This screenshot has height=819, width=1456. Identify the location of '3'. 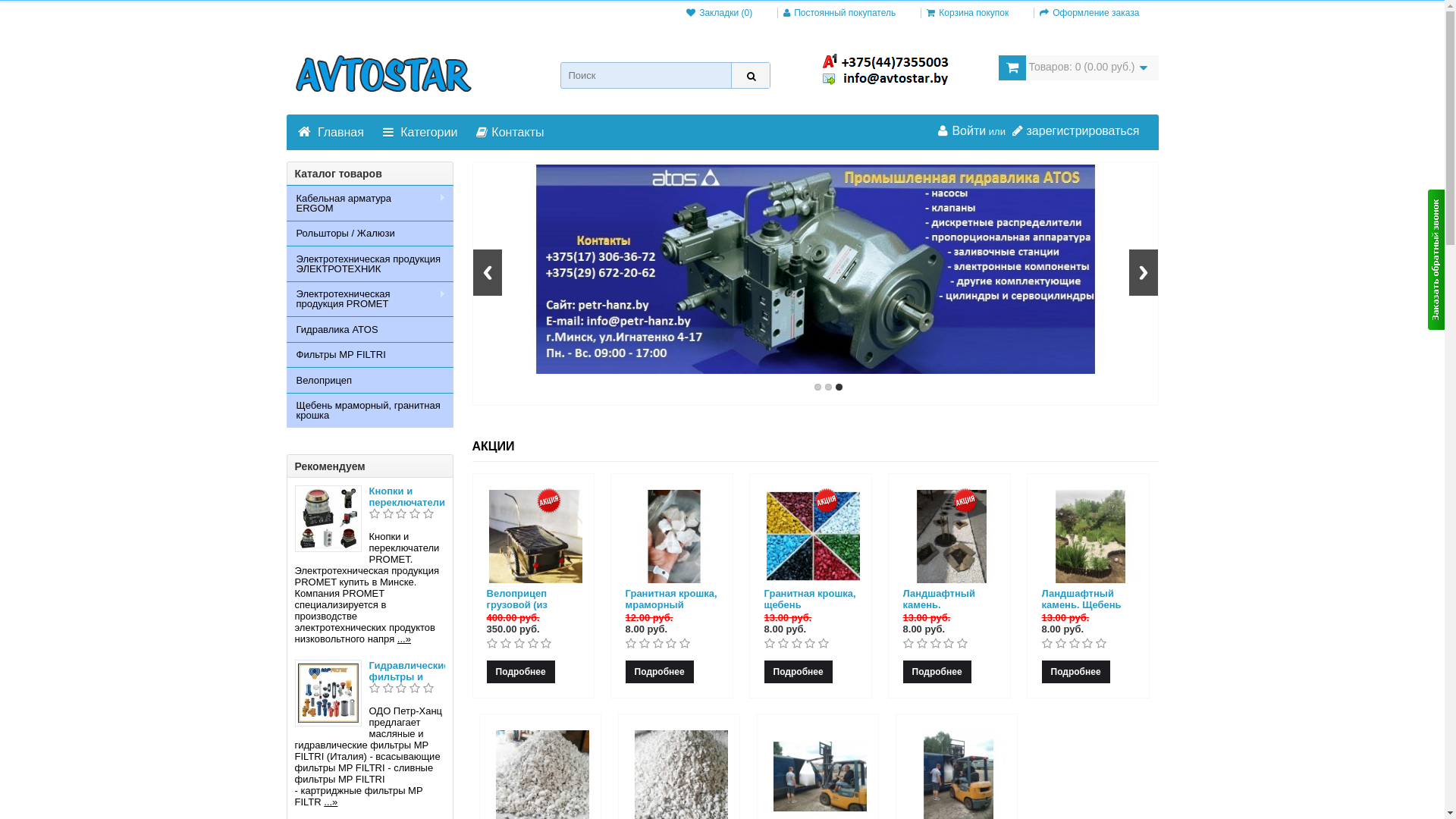
(838, 386).